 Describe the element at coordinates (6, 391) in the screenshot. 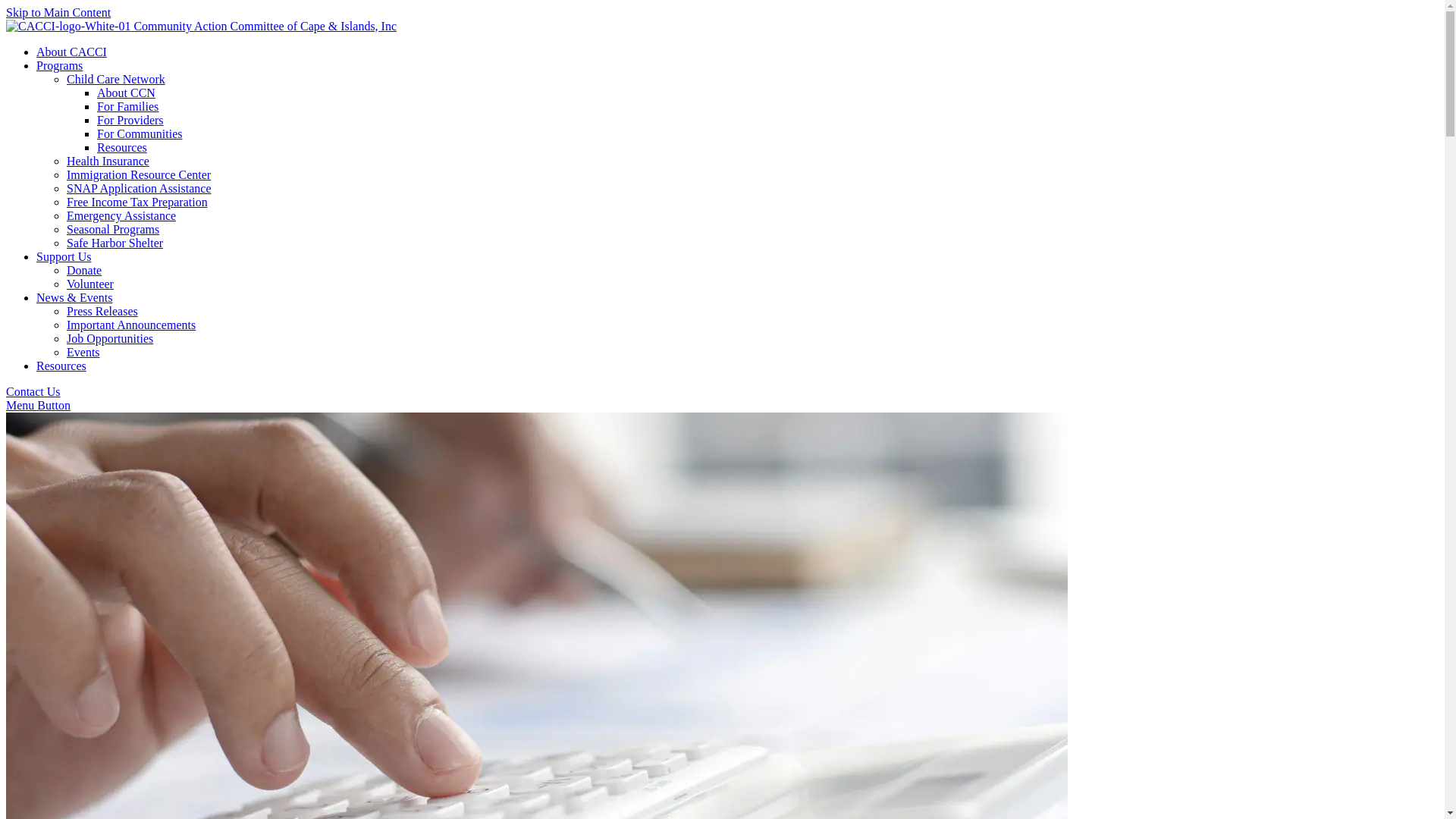

I see `'Contact Us'` at that location.